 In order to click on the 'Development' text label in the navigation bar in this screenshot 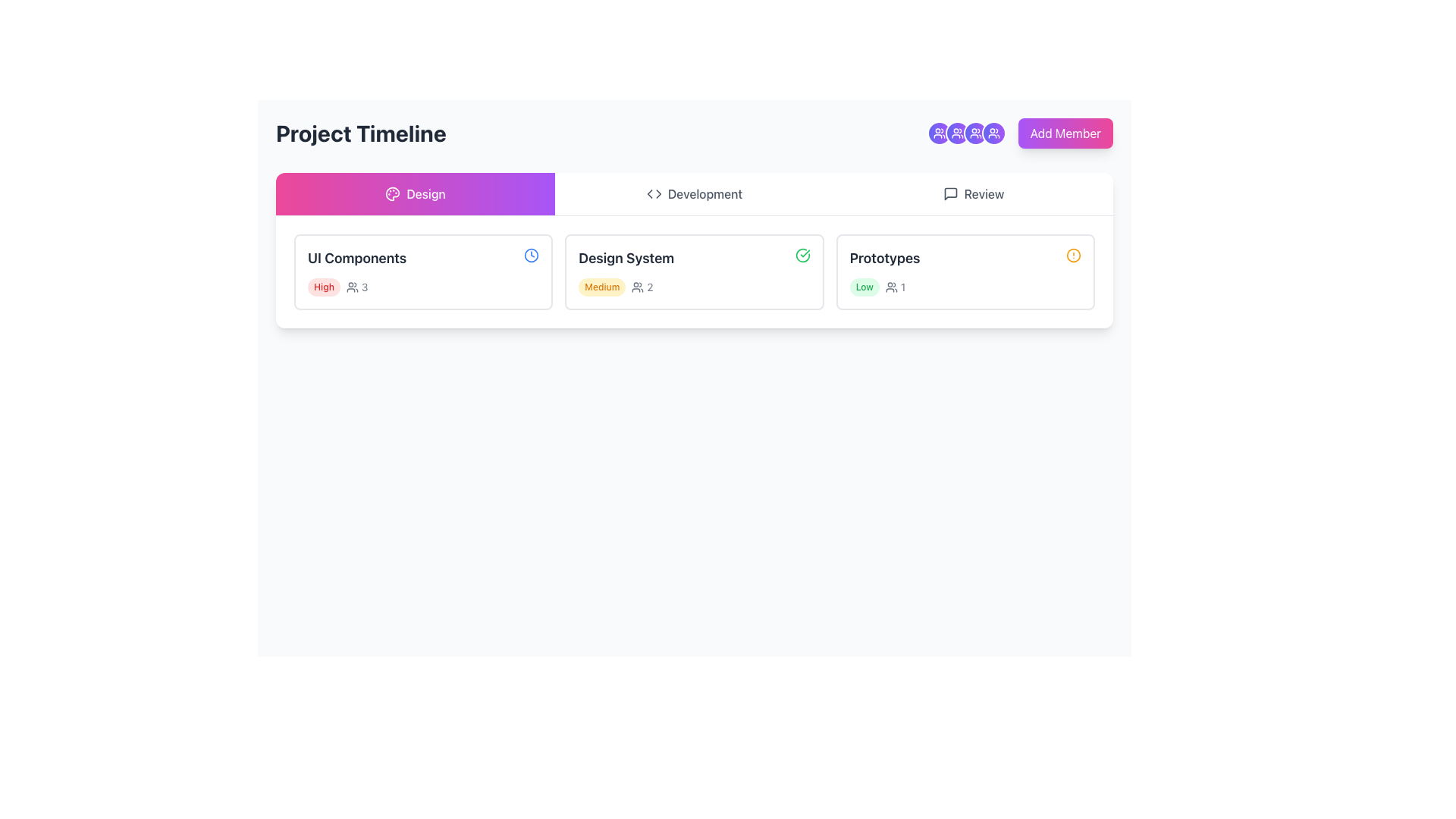, I will do `click(704, 193)`.